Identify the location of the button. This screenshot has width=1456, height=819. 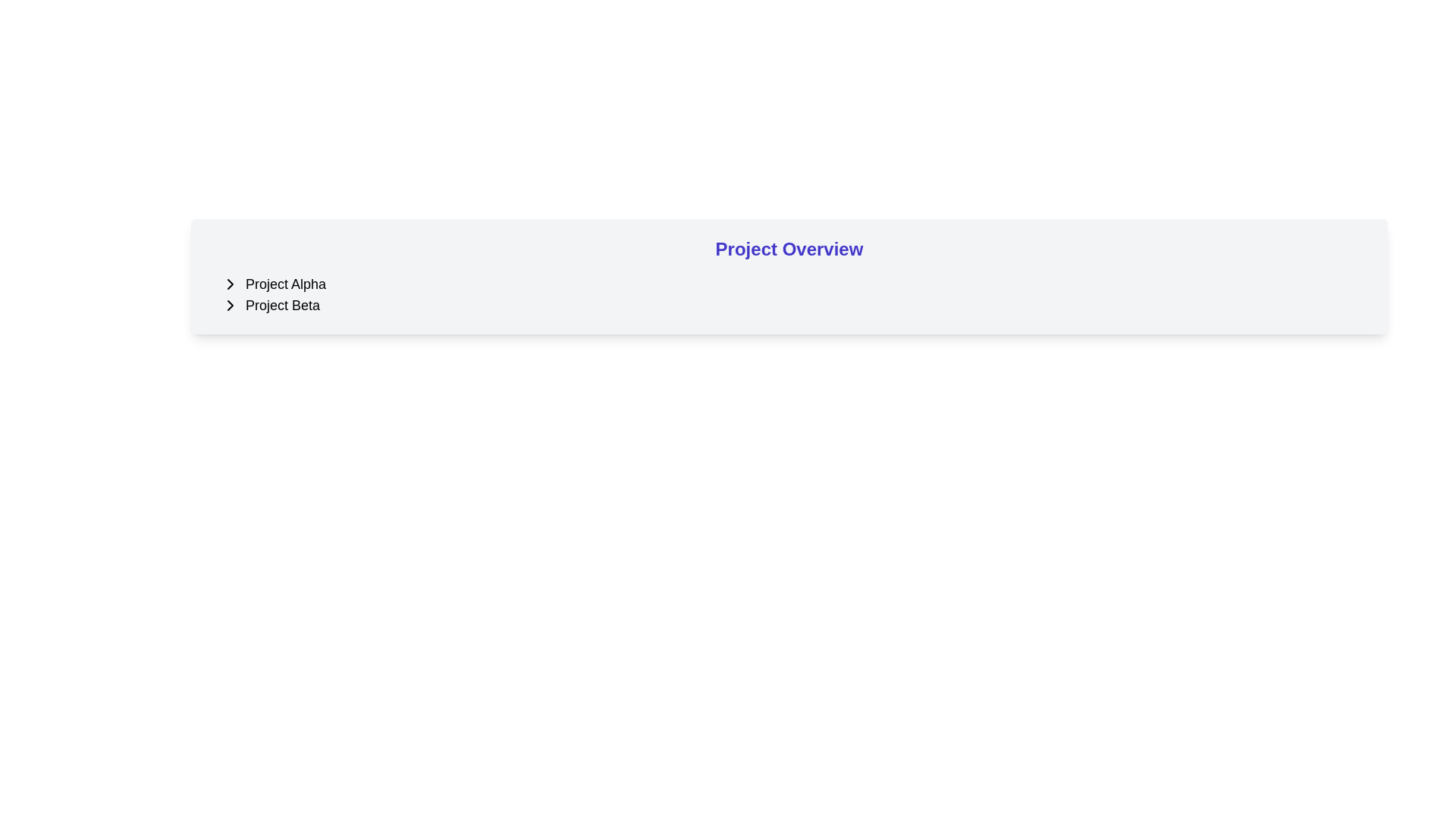
(229, 305).